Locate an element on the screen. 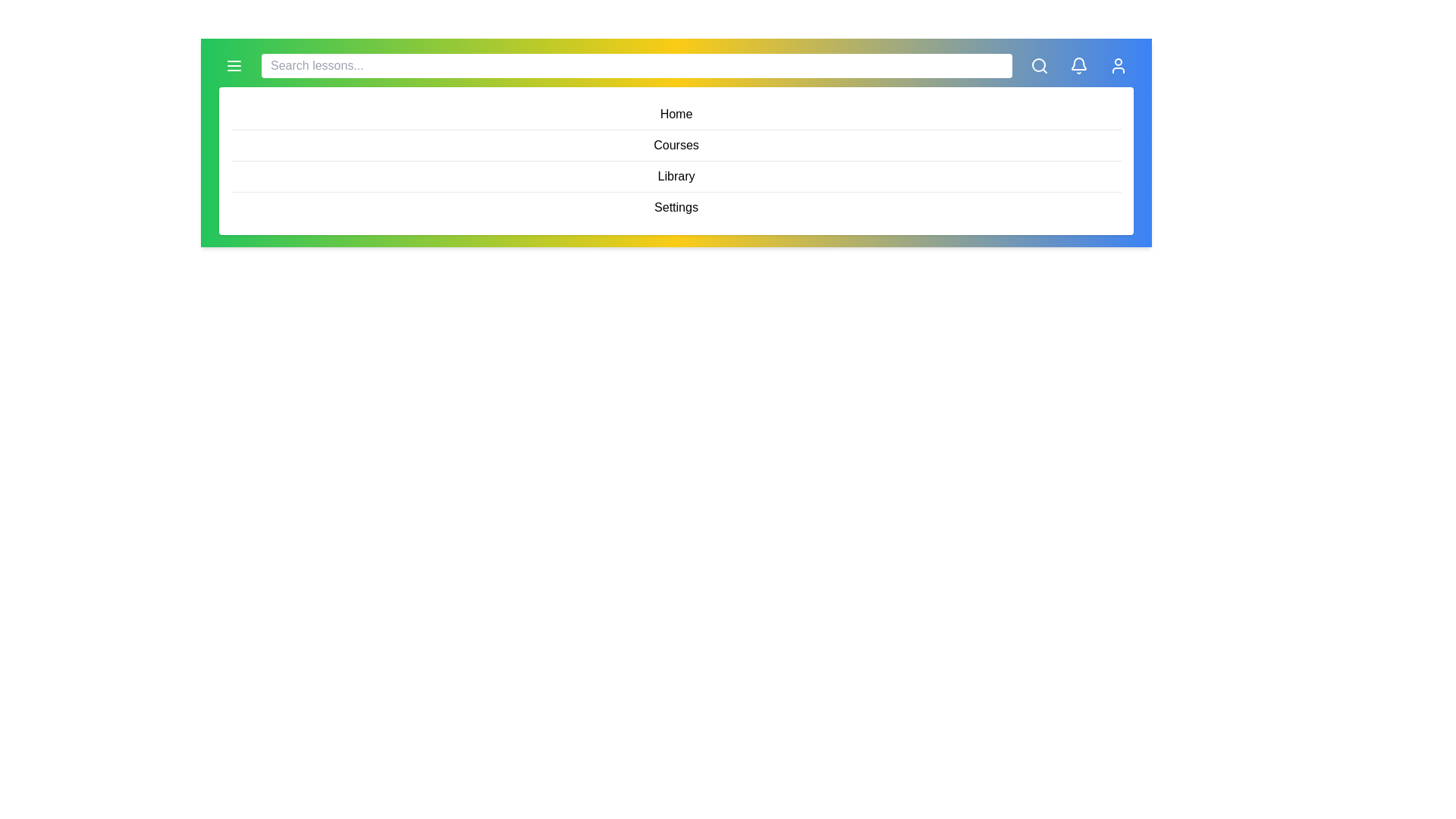 The image size is (1456, 819). the menu item Courses from the displayed menu is located at coordinates (676, 146).